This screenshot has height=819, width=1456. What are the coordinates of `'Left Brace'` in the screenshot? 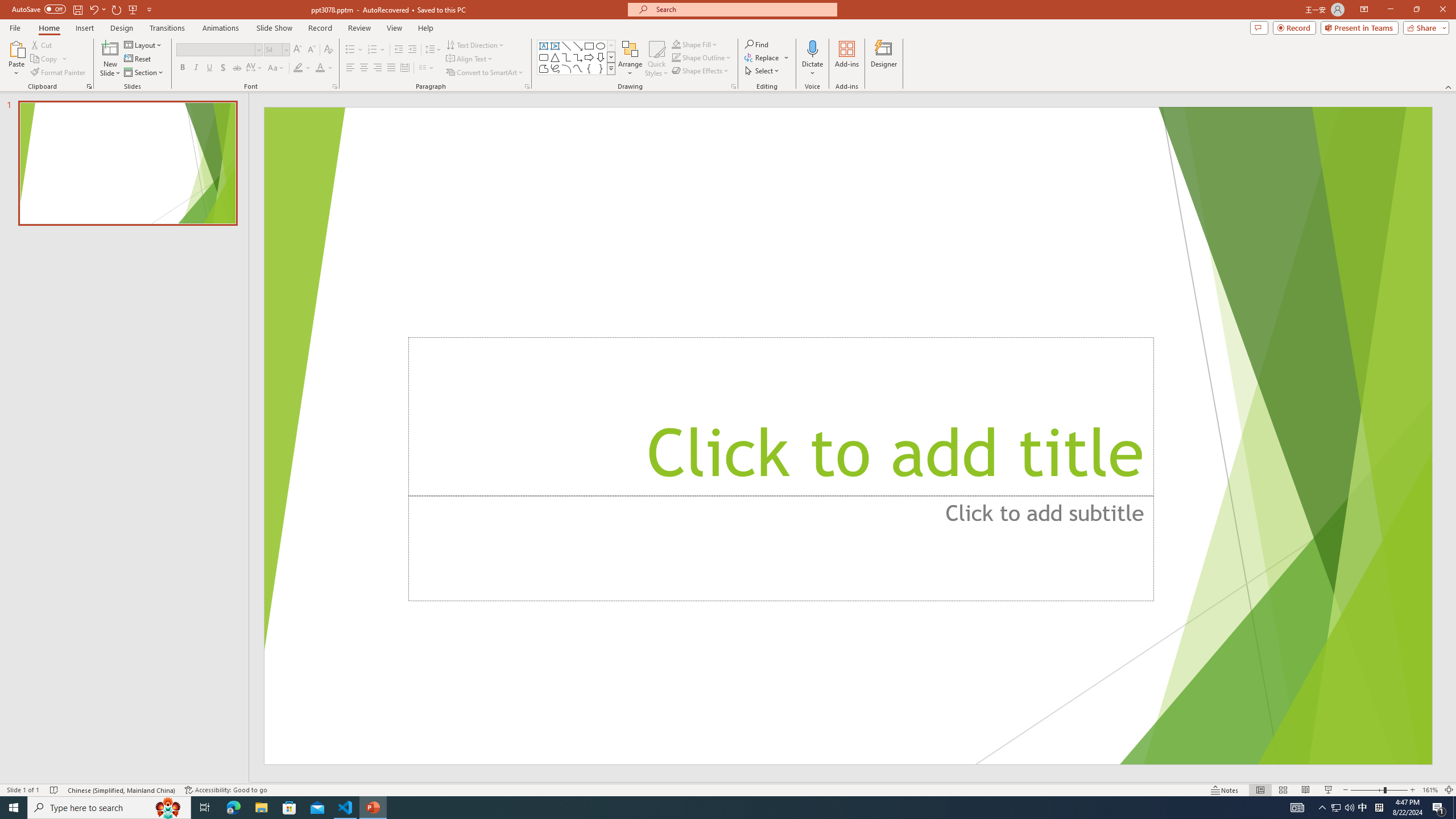 It's located at (589, 68).